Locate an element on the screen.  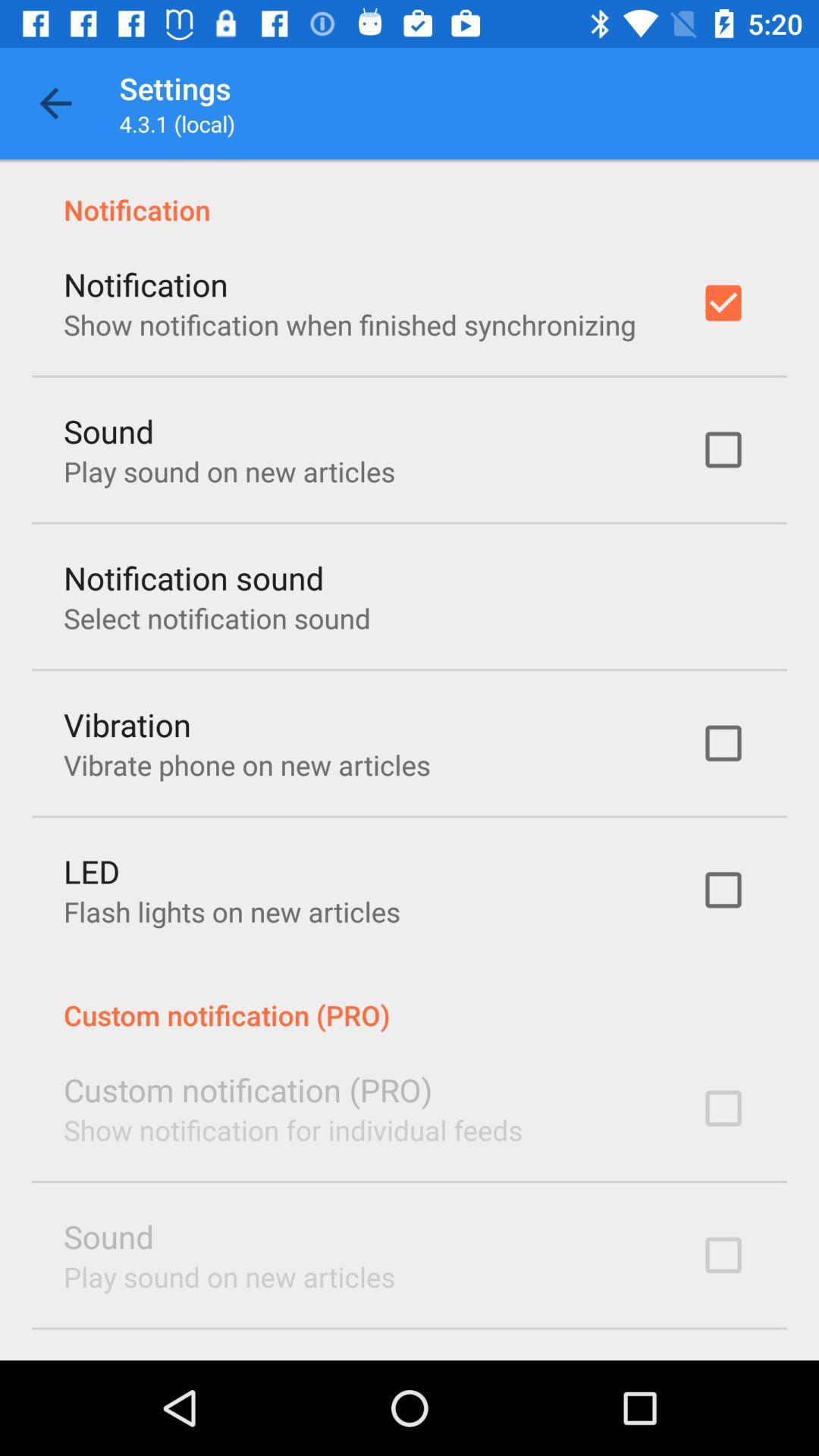
the flash lights on item is located at coordinates (231, 911).